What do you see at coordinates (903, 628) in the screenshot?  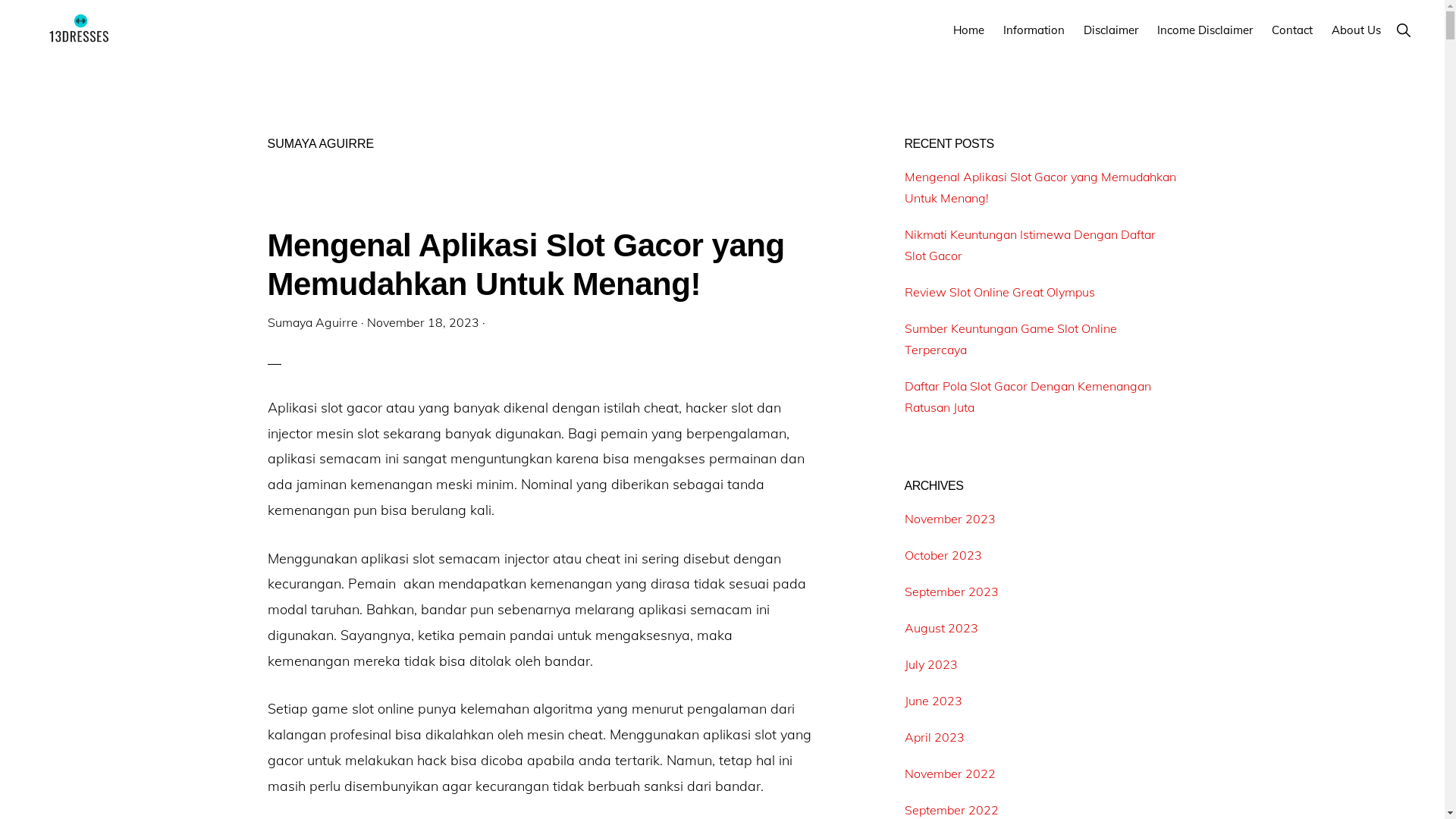 I see `'August 2023'` at bounding box center [903, 628].